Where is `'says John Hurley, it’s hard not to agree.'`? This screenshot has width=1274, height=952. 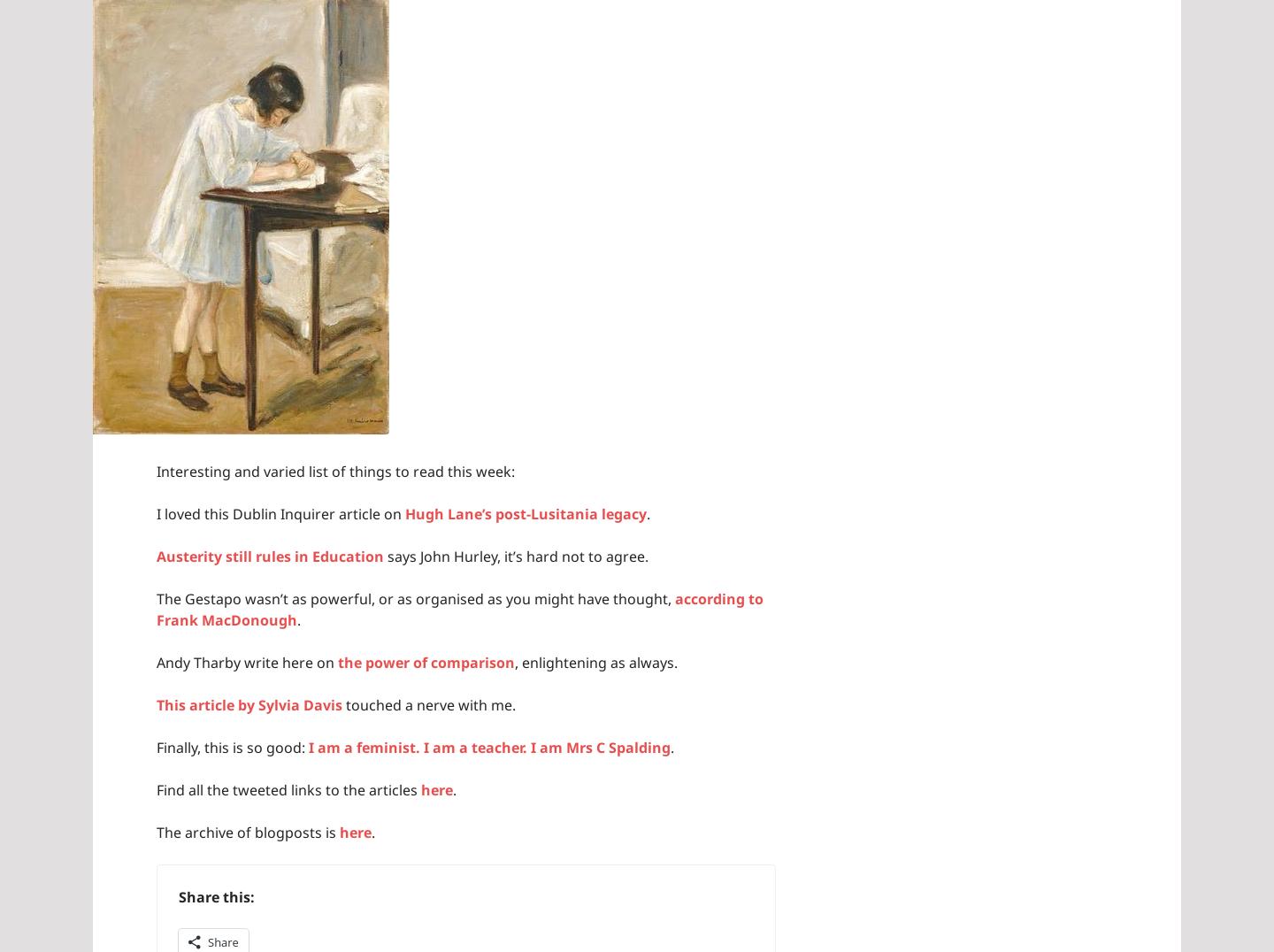 'says John Hurley, it’s hard not to agree.' is located at coordinates (516, 555).